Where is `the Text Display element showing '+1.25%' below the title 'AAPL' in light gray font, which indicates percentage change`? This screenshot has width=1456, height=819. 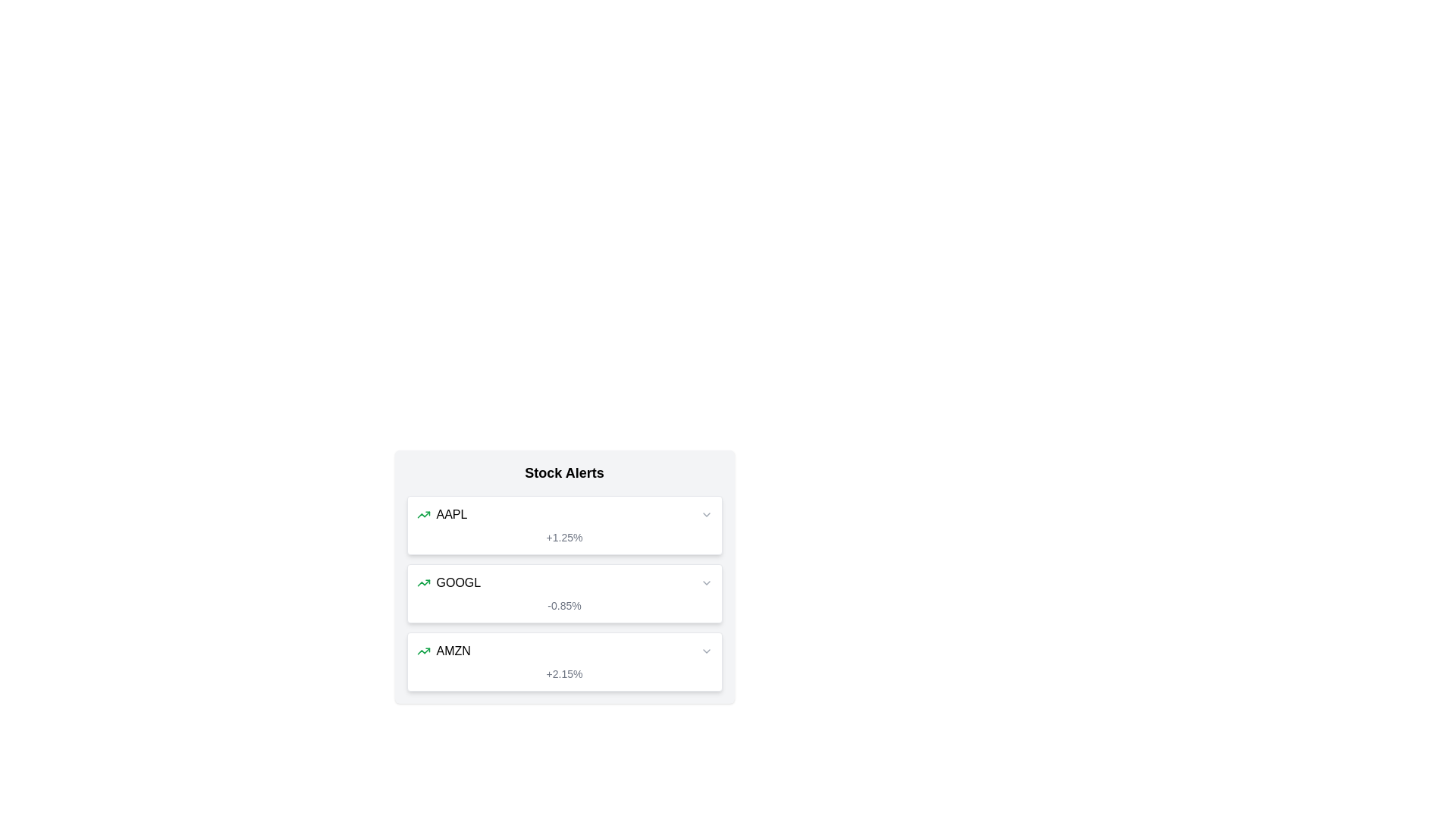
the Text Display element showing '+1.25%' below the title 'AAPL' in light gray font, which indicates percentage change is located at coordinates (563, 537).